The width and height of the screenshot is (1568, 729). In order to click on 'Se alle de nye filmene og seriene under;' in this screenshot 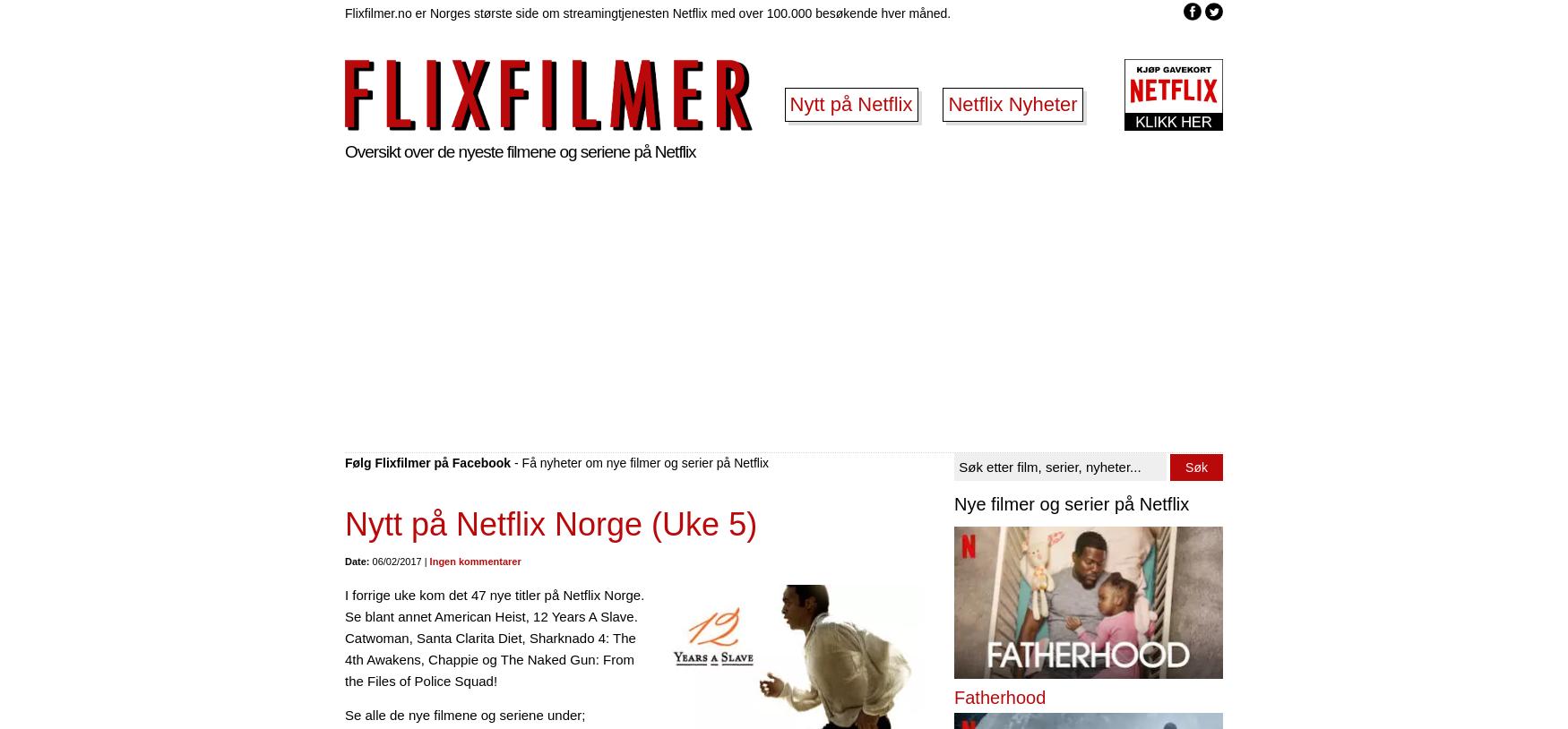, I will do `click(344, 715)`.